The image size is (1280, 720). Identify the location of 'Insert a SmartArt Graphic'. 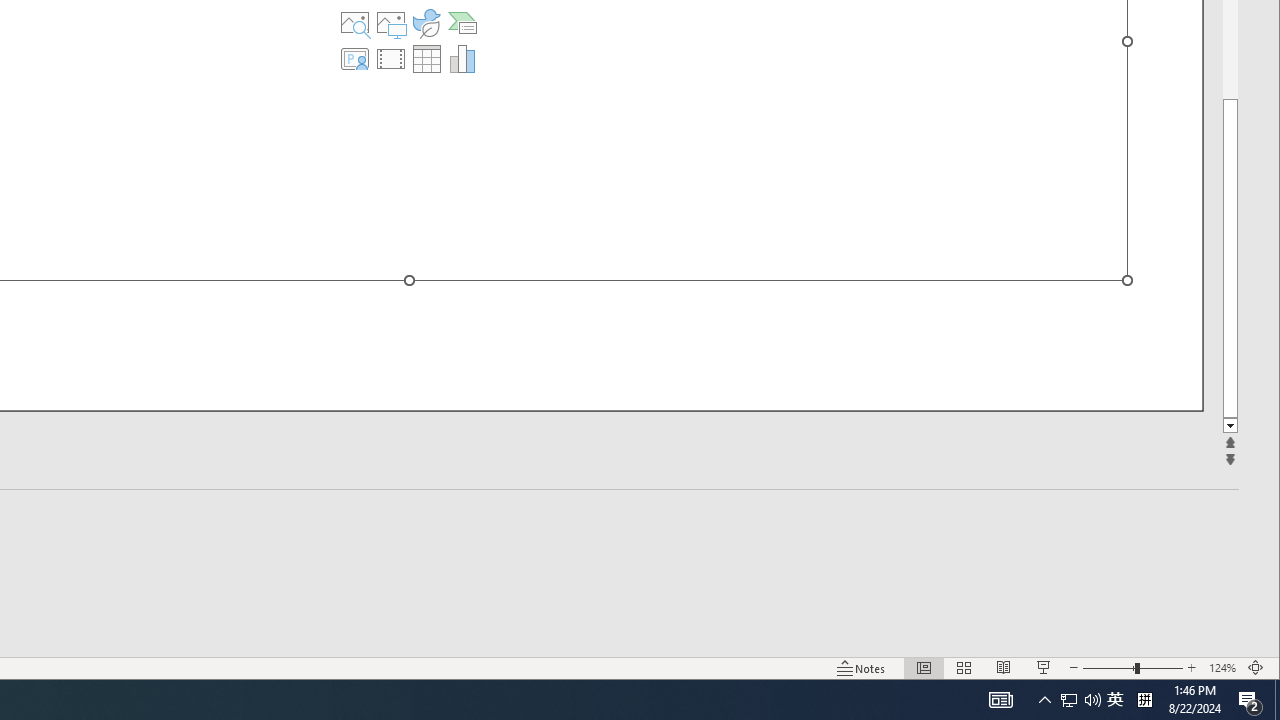
(461, 23).